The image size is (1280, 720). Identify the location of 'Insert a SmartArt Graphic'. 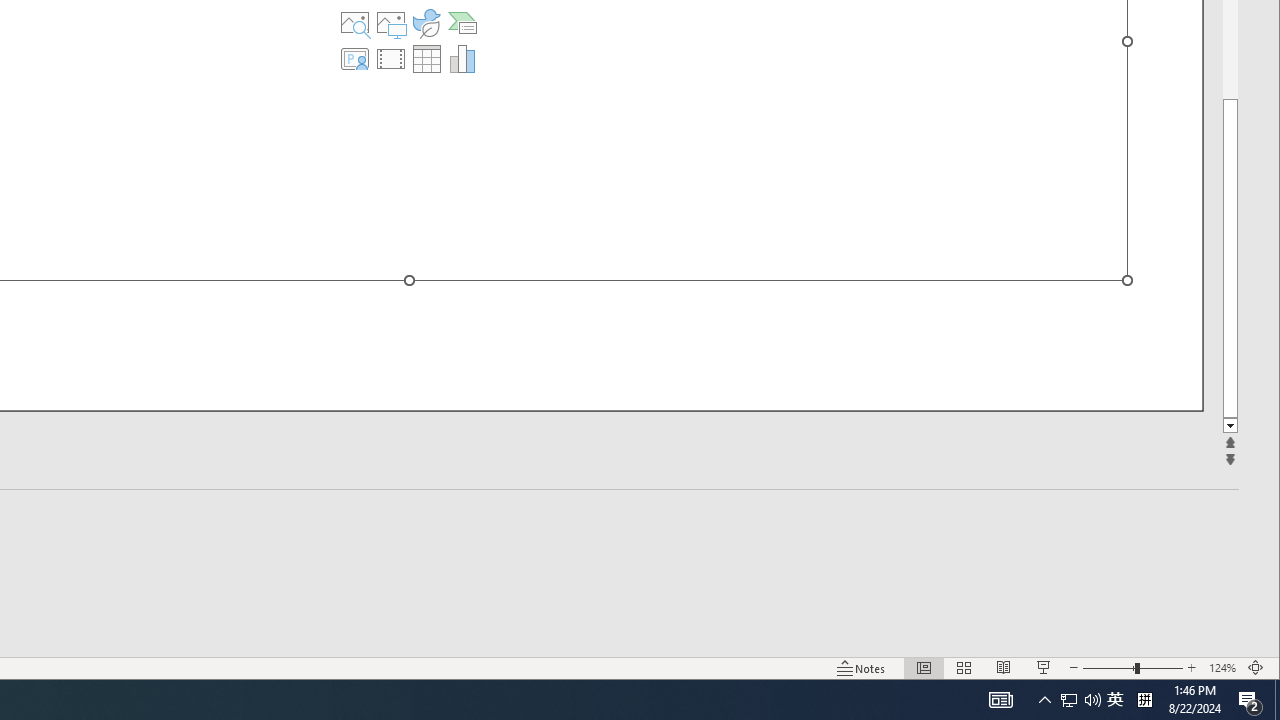
(461, 23).